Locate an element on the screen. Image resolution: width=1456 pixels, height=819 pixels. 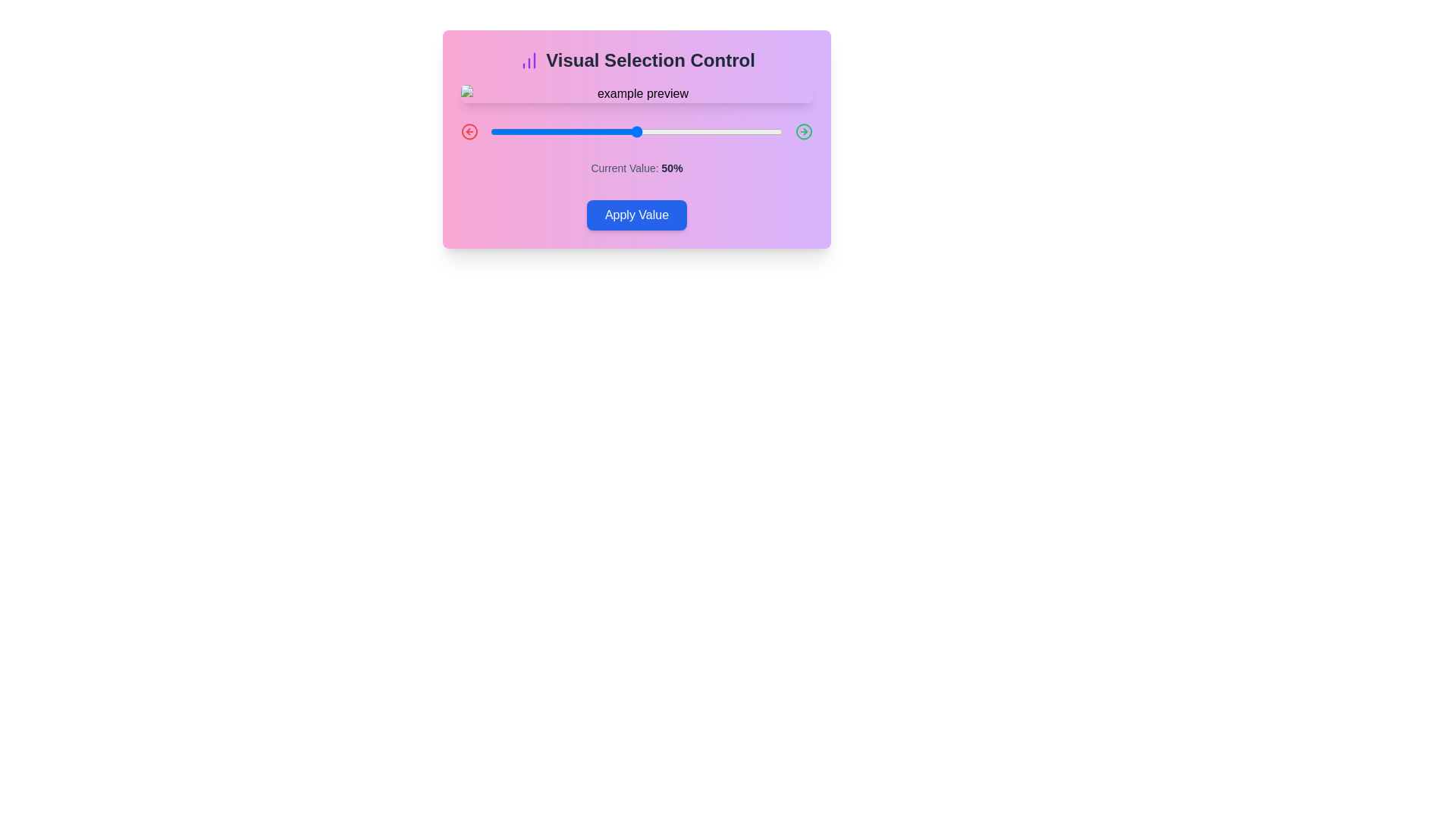
the slider to set its value to 87% is located at coordinates (745, 130).